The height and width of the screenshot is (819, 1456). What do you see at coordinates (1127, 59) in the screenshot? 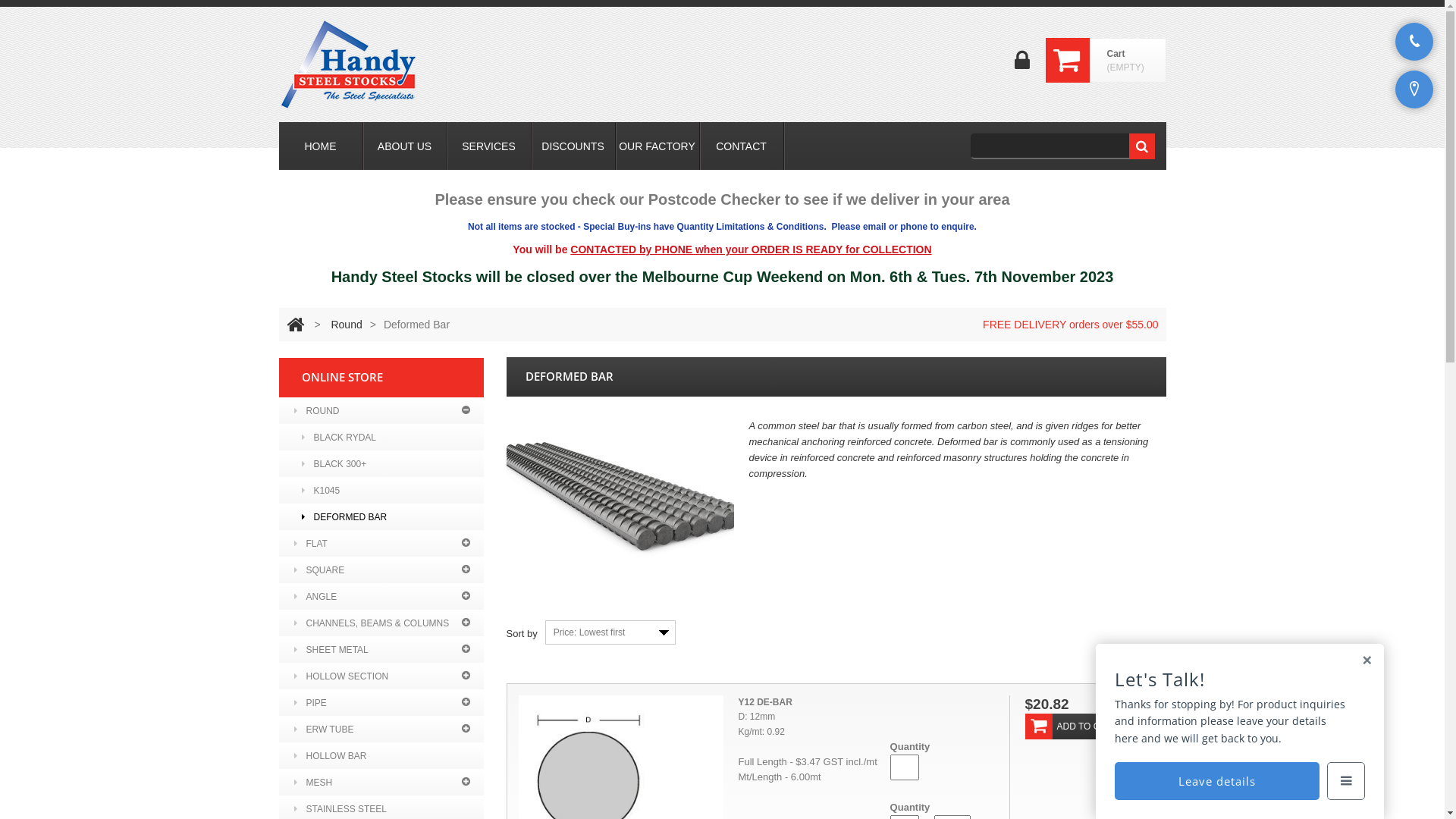
I see `'Cart` at bounding box center [1127, 59].